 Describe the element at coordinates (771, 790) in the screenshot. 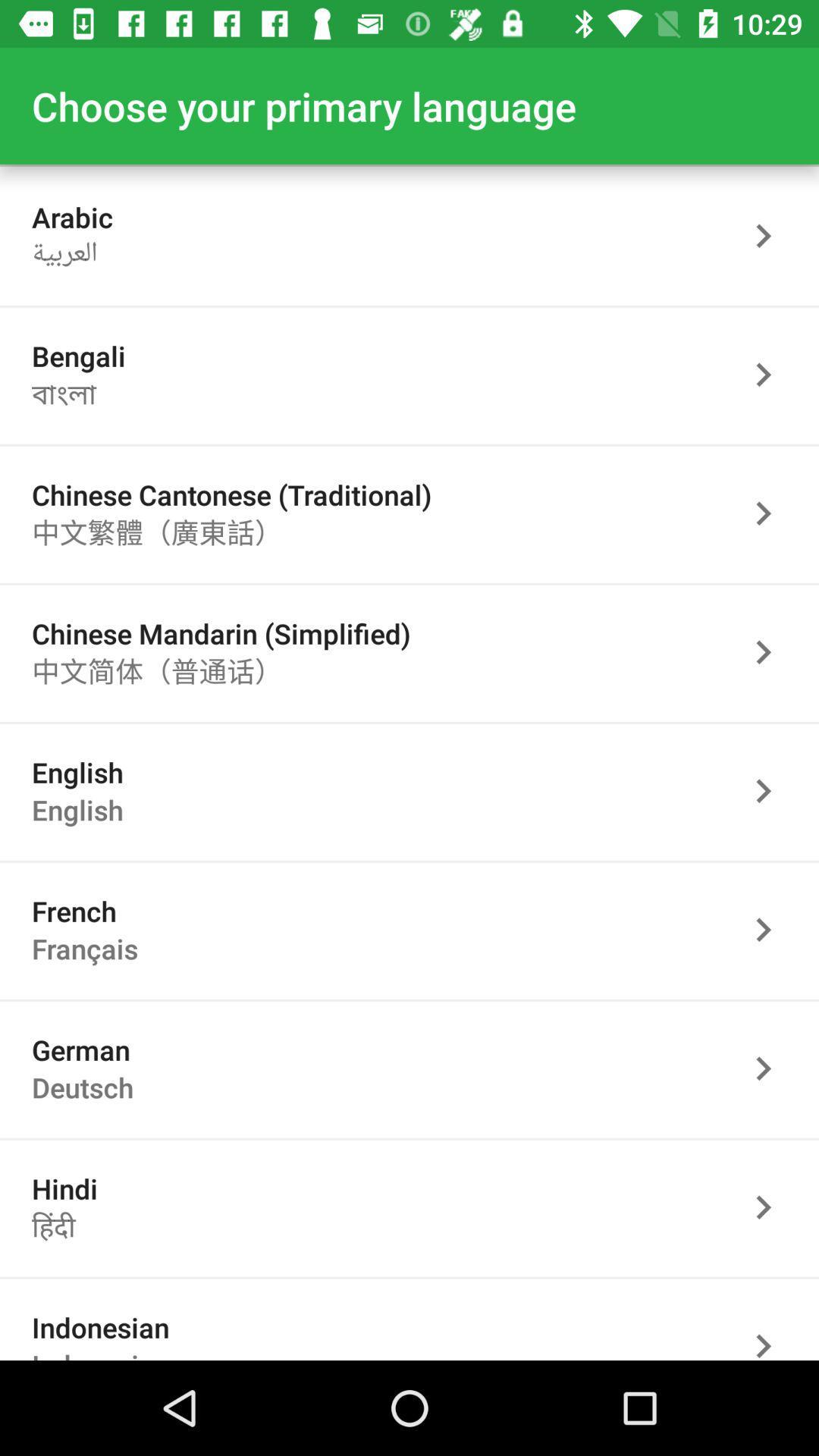

I see `set english as primary language` at that location.